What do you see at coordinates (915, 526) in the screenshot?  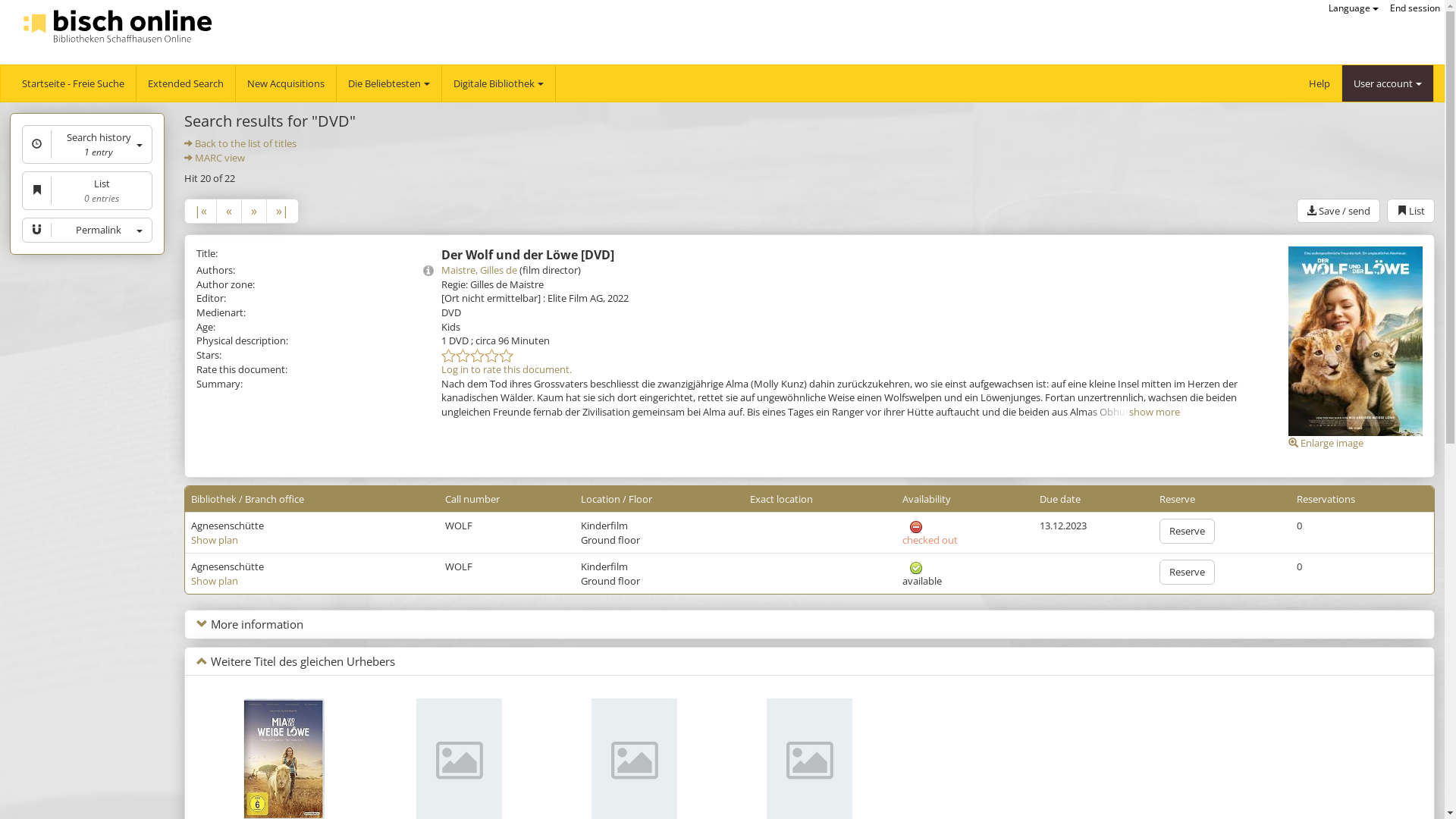 I see `'checked out'` at bounding box center [915, 526].